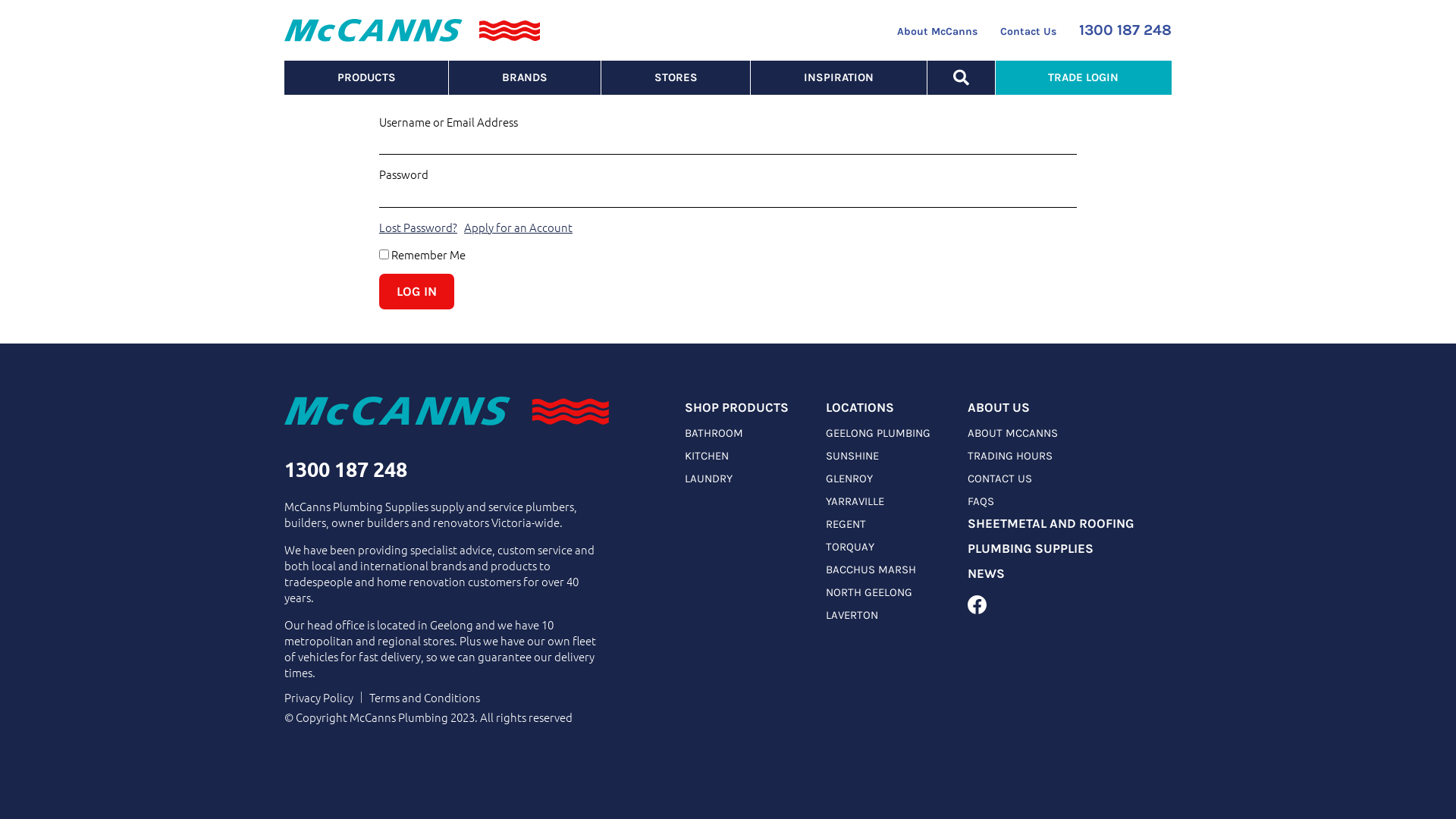 This screenshot has height=819, width=1456. Describe the element at coordinates (852, 455) in the screenshot. I see `'SUNSHINE'` at that location.